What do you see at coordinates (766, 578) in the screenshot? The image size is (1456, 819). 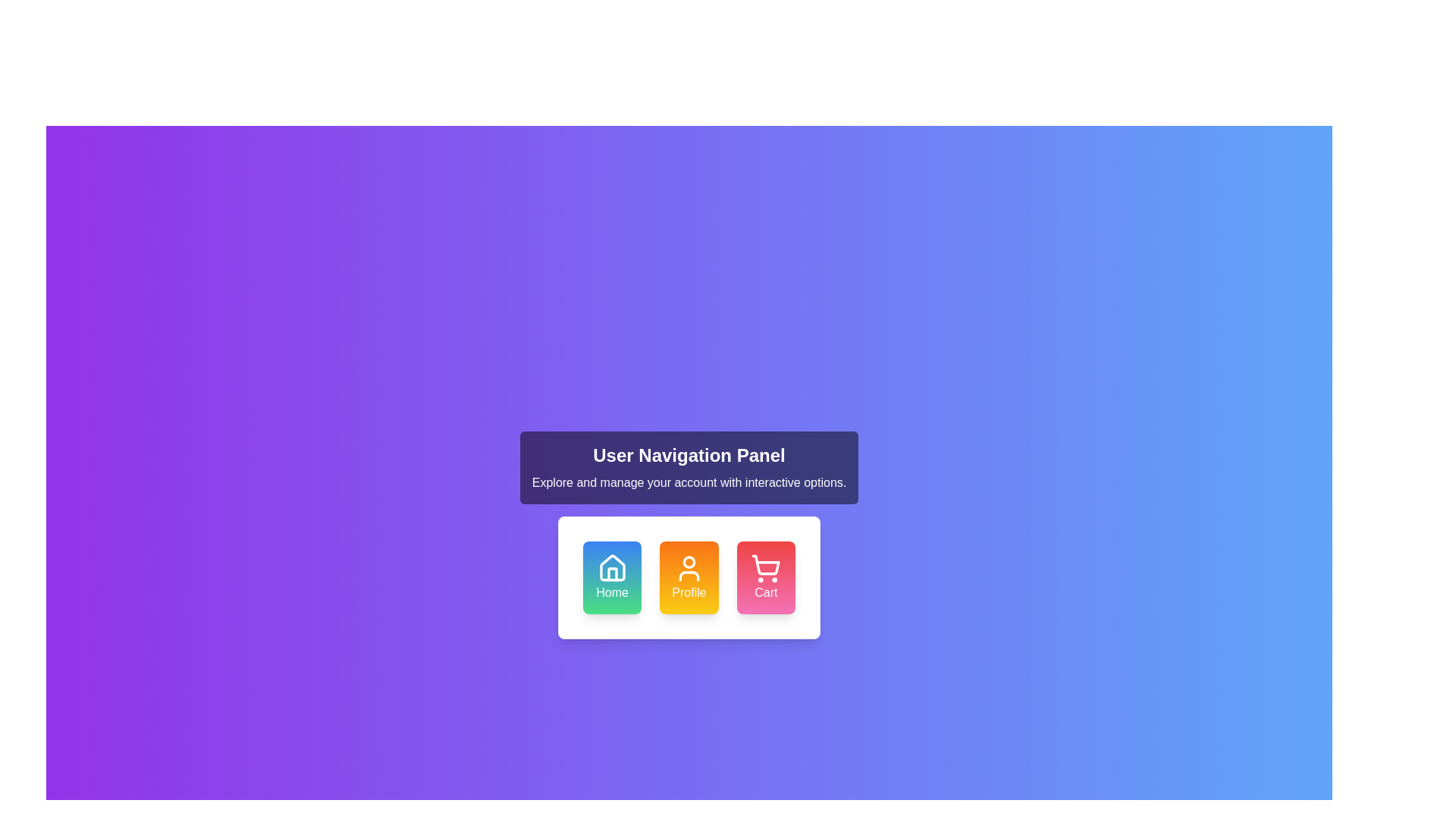 I see `the shopping cart button located as the third button in the bottom navigation panel` at bounding box center [766, 578].